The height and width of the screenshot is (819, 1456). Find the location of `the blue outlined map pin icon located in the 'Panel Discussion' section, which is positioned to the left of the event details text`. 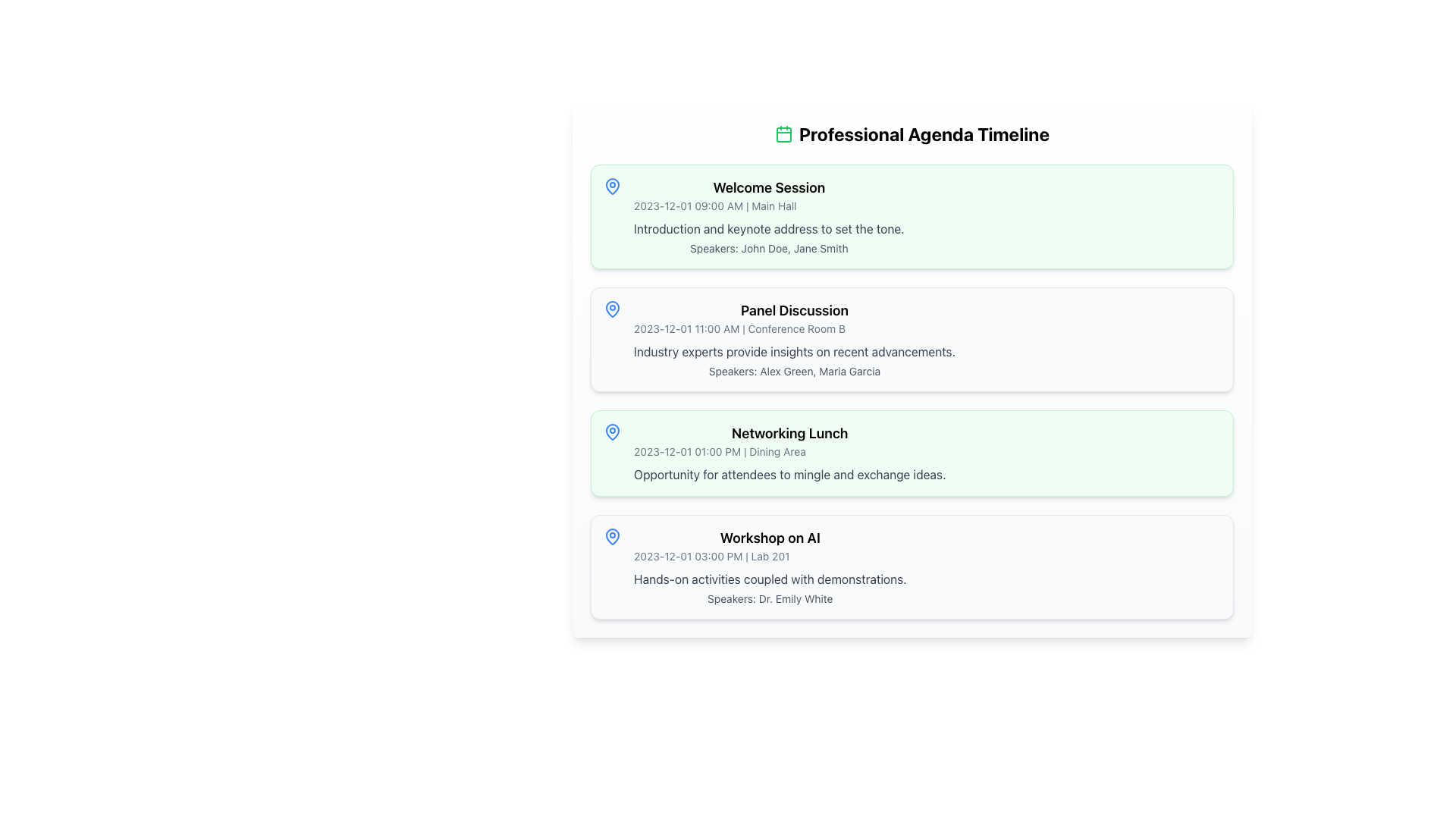

the blue outlined map pin icon located in the 'Panel Discussion' section, which is positioned to the left of the event details text is located at coordinates (612, 309).